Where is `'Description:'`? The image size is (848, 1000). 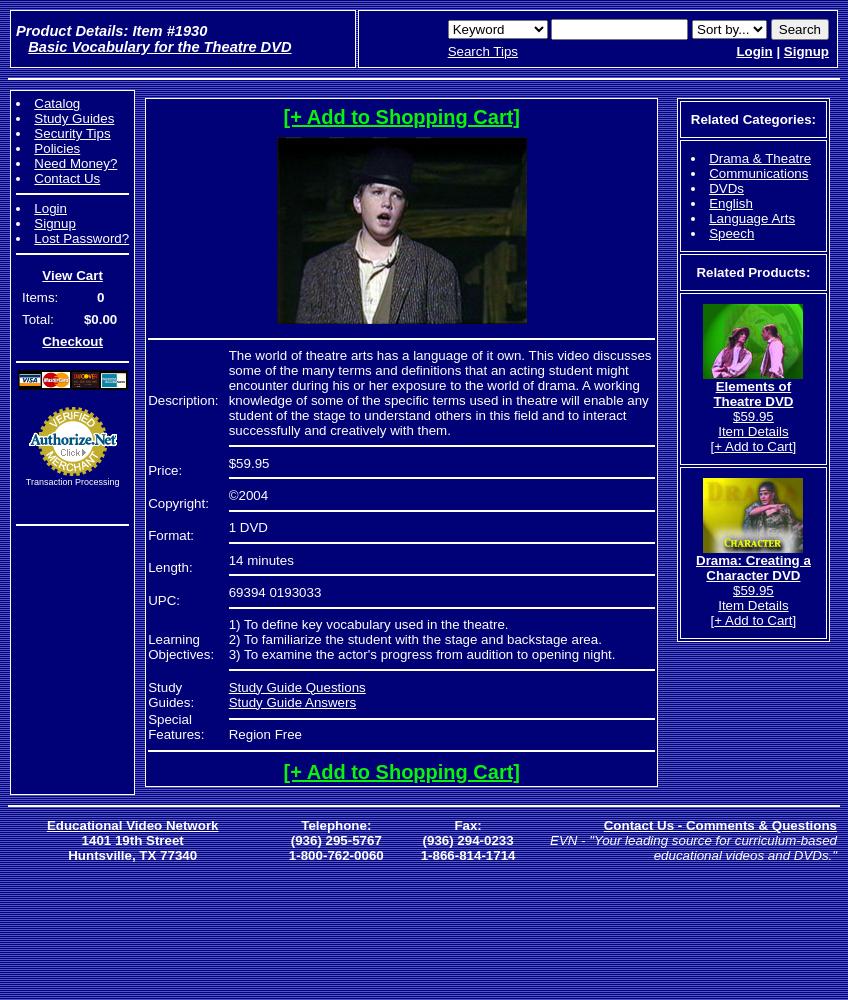
'Description:' is located at coordinates (182, 400).